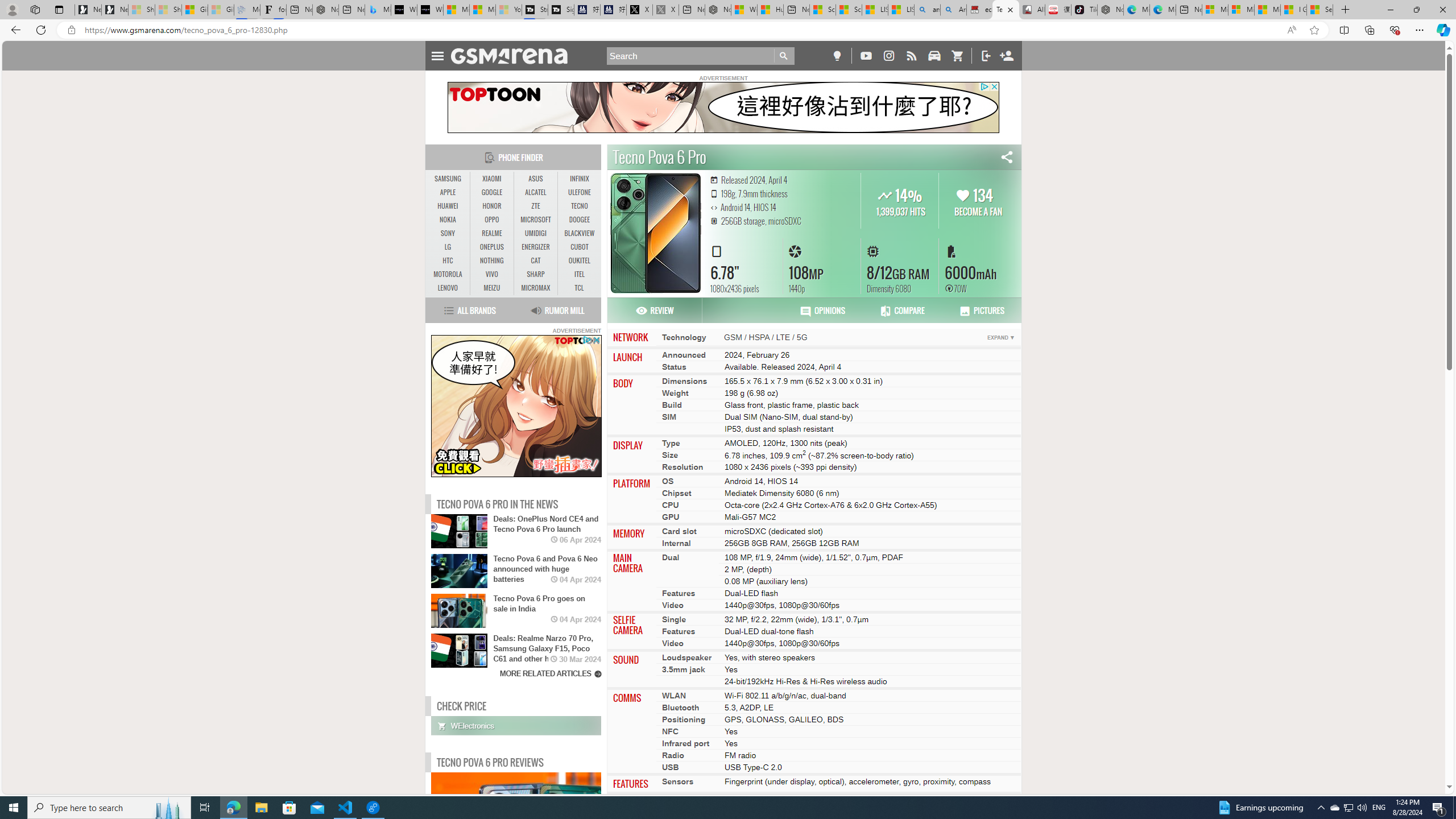  Describe the element at coordinates (491, 246) in the screenshot. I see `'ONEPLUS'` at that location.